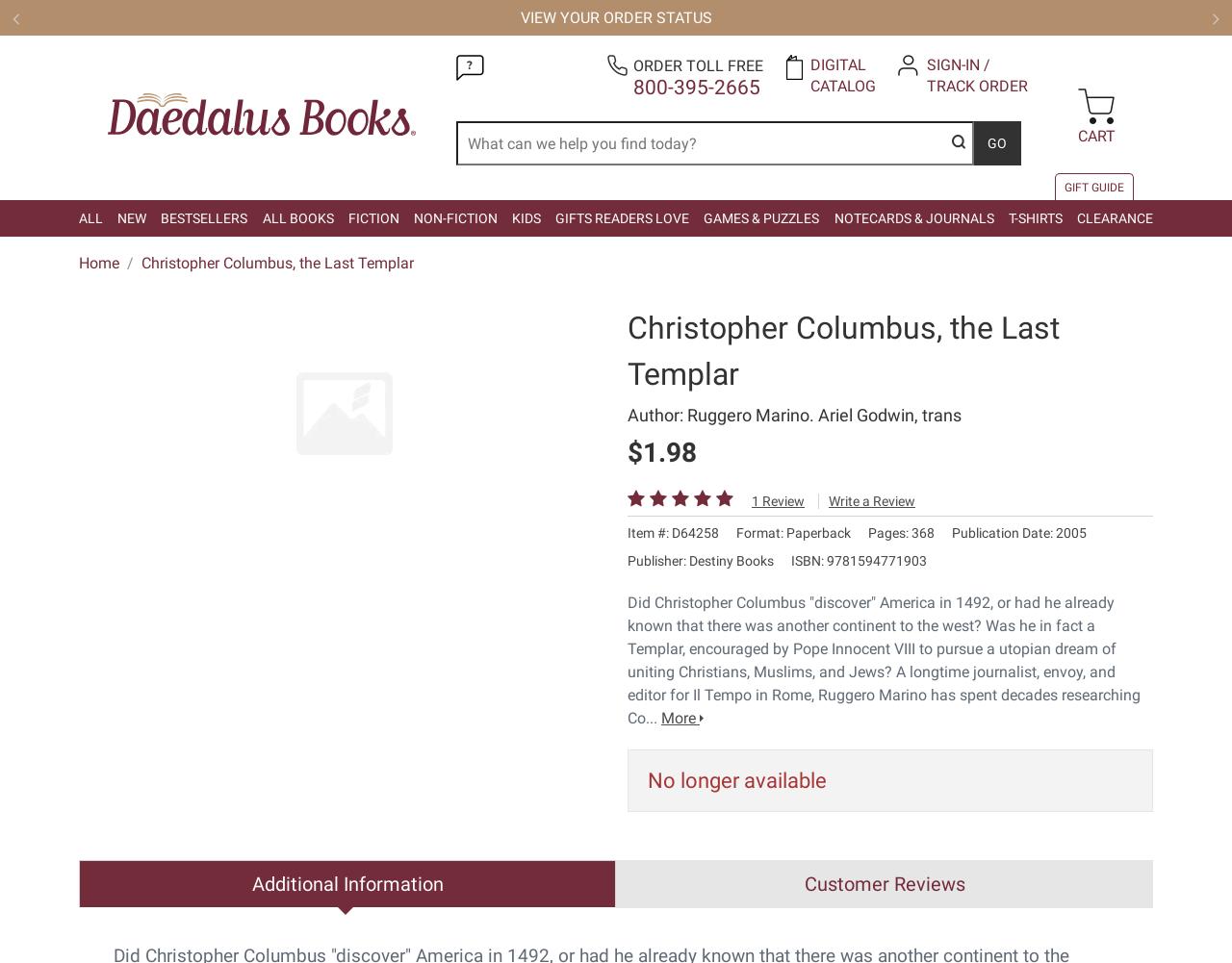 Image resolution: width=1232 pixels, height=963 pixels. Describe the element at coordinates (149, 317) in the screenshot. I see `'Your Privacy Choices'` at that location.